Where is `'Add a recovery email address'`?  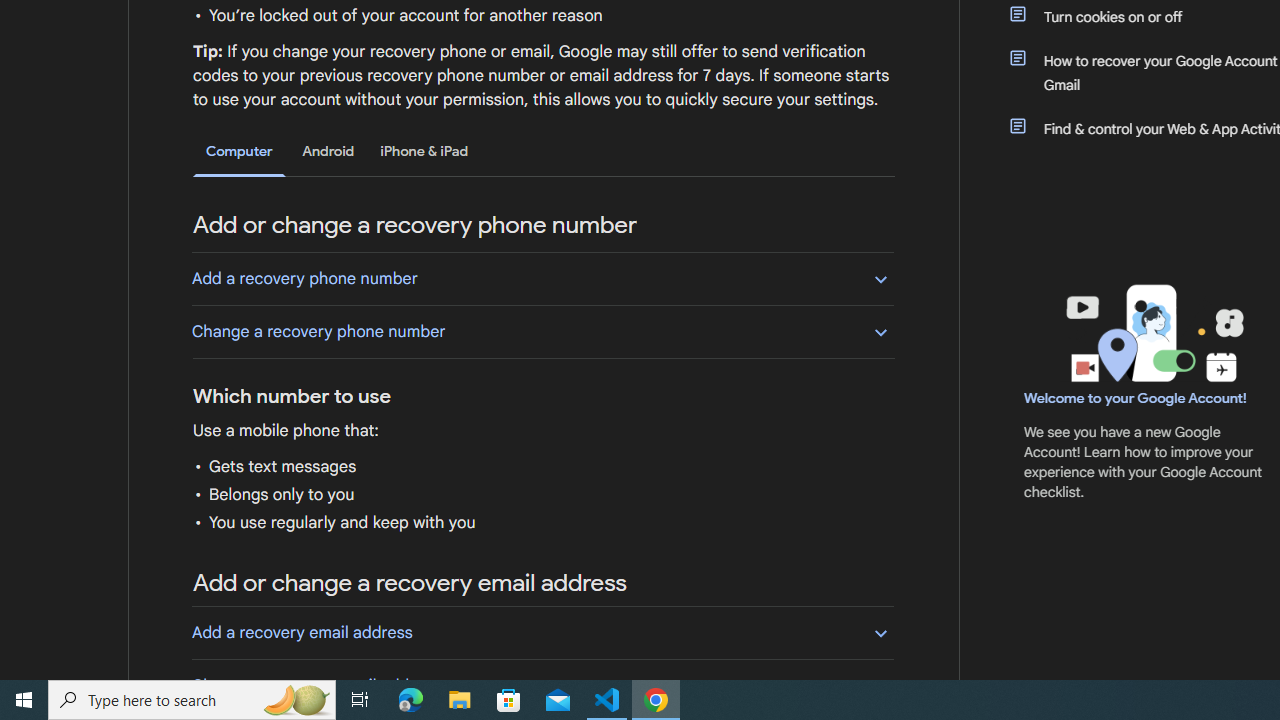 'Add a recovery email address' is located at coordinates (542, 632).